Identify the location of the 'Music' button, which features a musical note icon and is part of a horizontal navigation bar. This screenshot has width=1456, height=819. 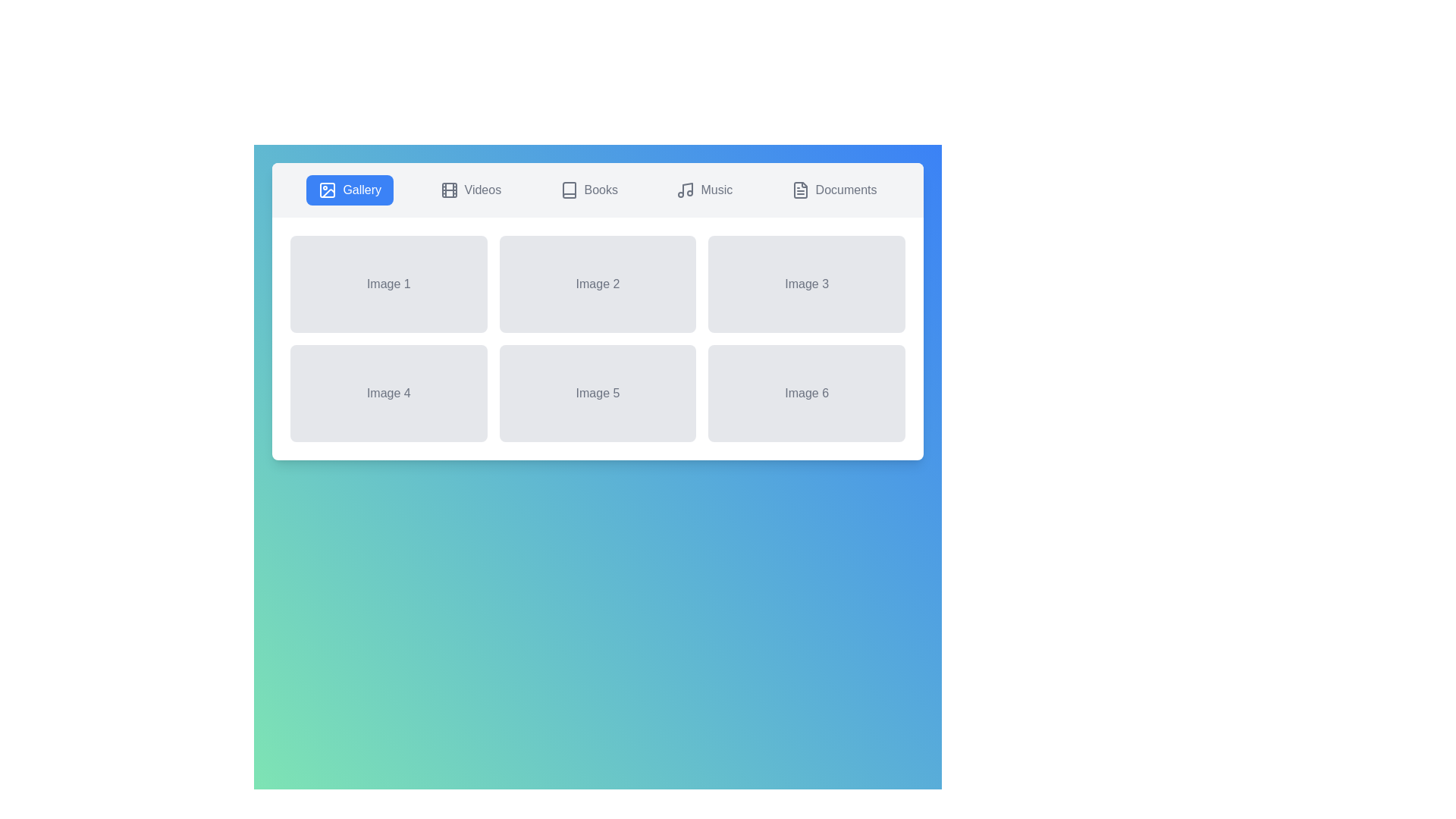
(704, 189).